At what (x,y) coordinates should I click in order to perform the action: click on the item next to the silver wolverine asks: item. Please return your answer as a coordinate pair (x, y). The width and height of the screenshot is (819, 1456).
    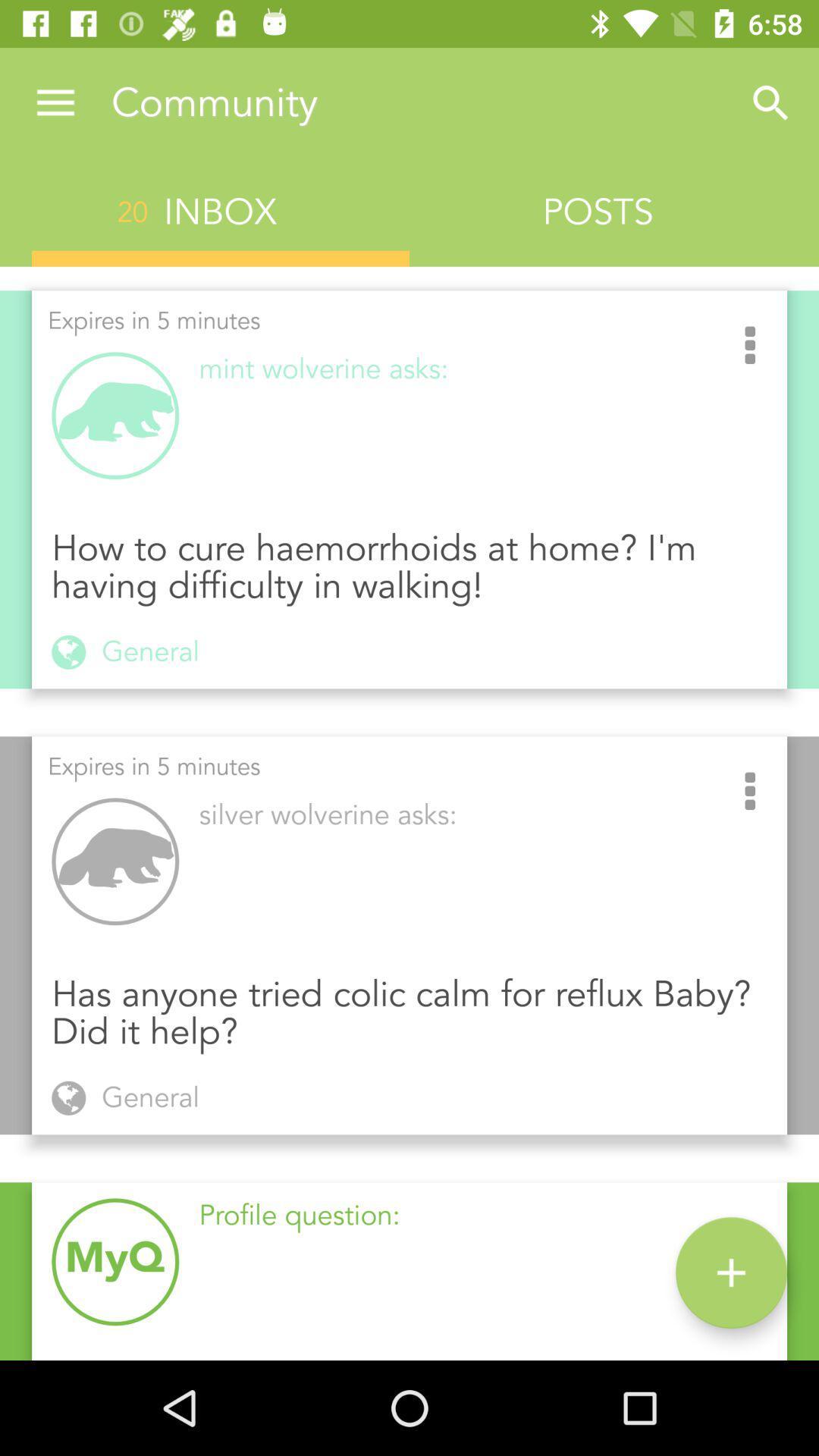
    Looking at the image, I should click on (749, 792).